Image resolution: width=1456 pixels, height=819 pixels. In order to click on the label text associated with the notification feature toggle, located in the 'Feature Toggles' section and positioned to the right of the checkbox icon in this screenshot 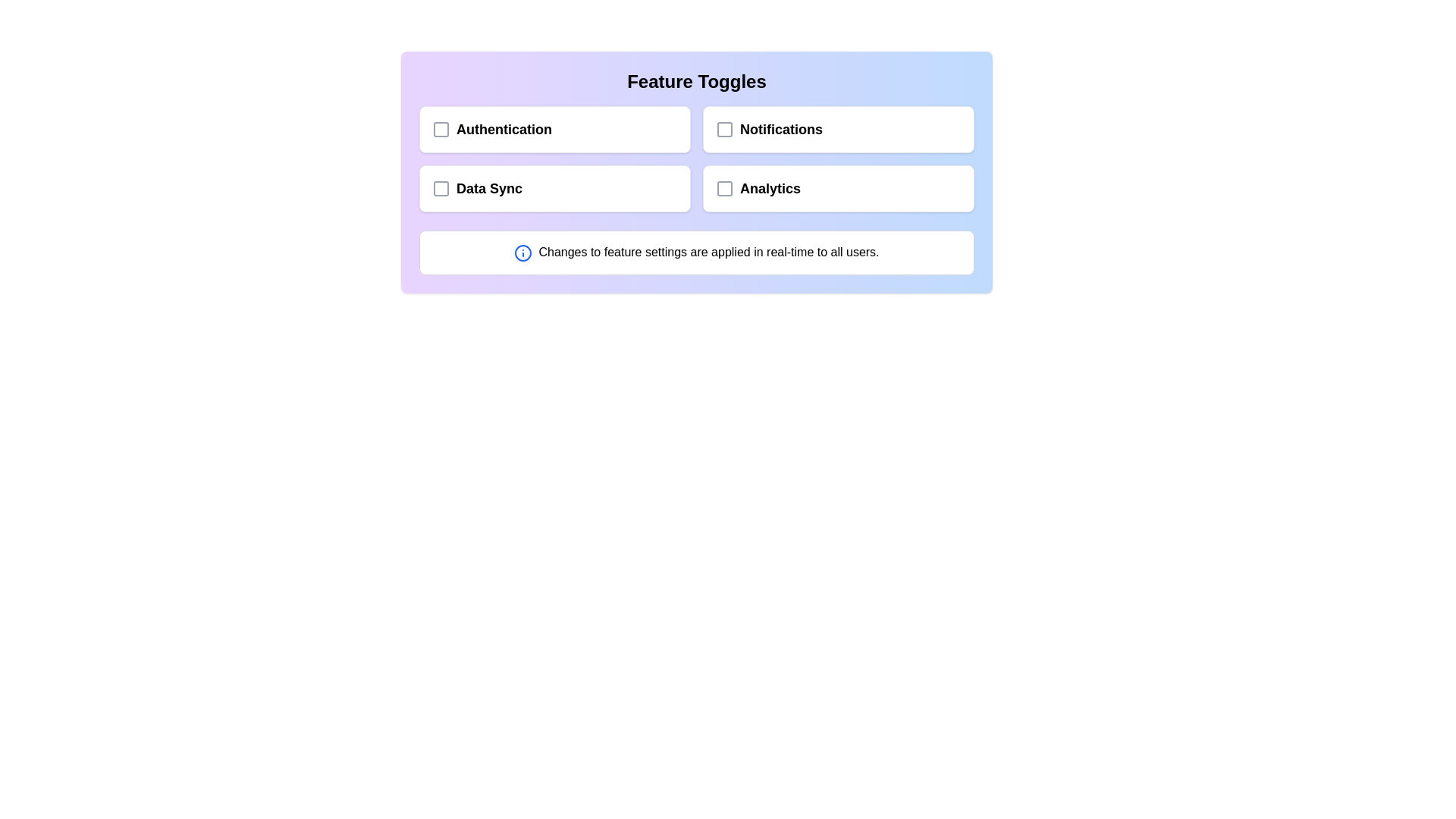, I will do `click(769, 128)`.